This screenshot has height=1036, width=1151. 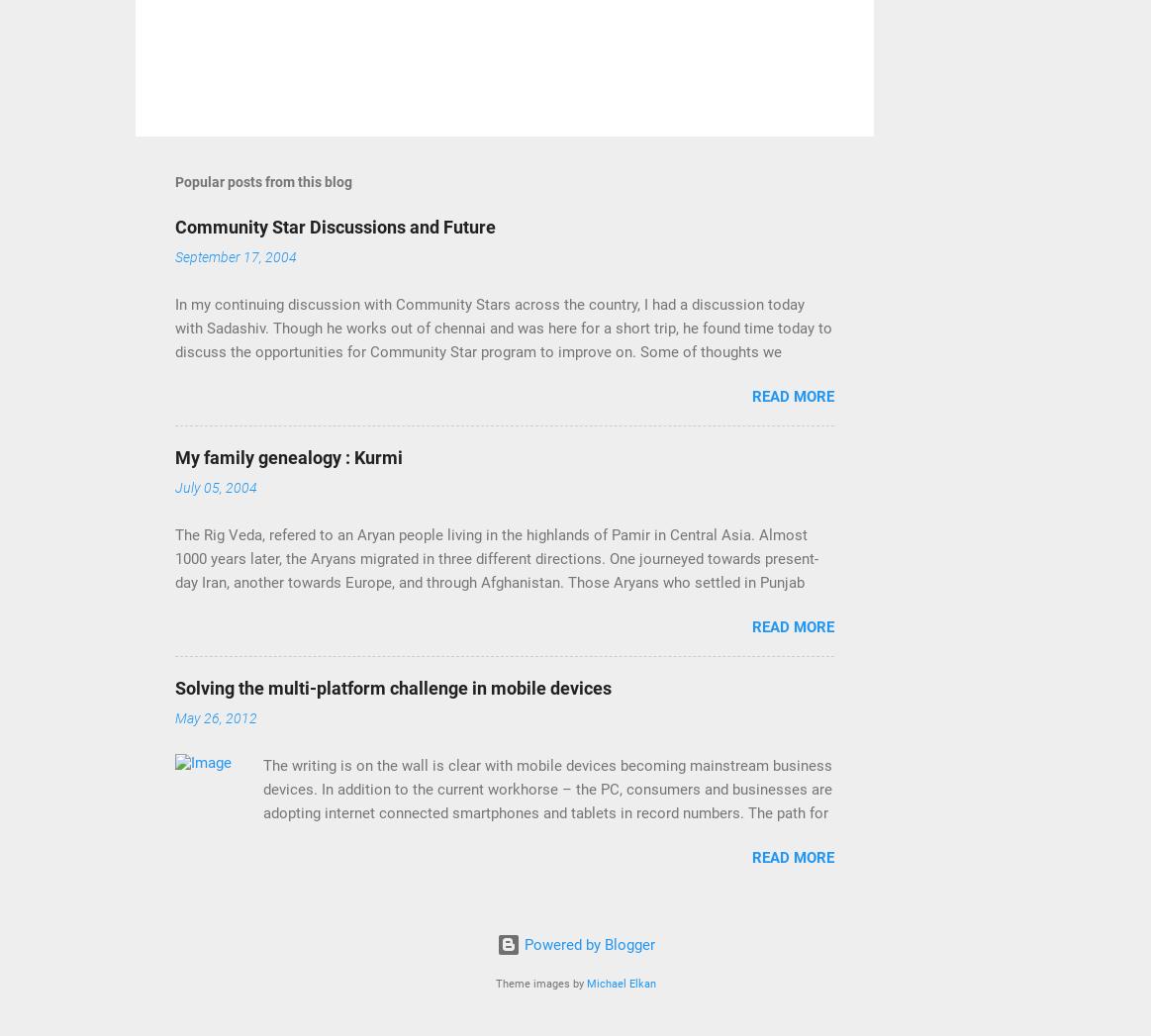 What do you see at coordinates (287, 457) in the screenshot?
I see `'My family genealogy : Kurmi'` at bounding box center [287, 457].